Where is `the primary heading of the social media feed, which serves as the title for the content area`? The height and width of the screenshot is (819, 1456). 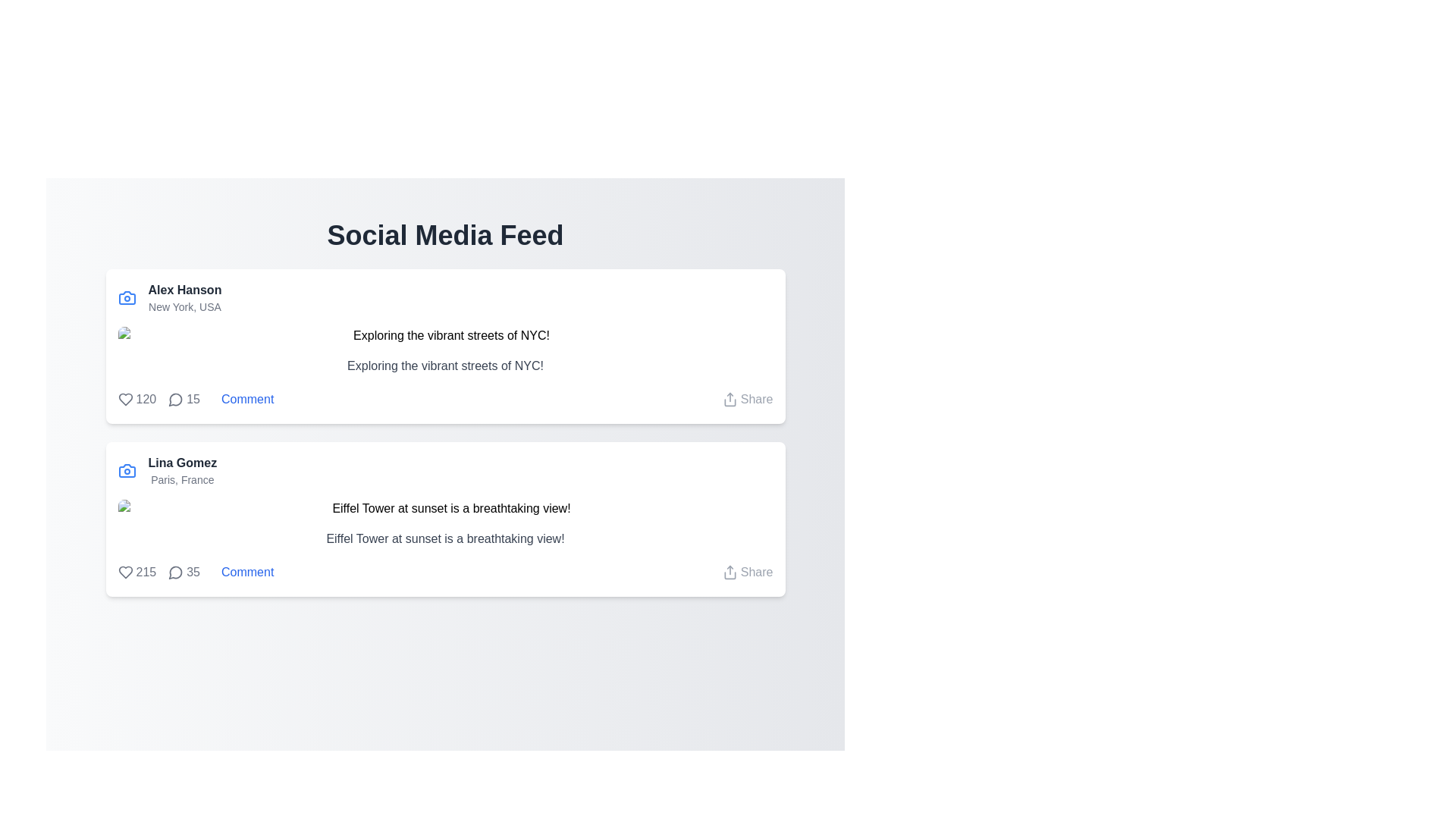
the primary heading of the social media feed, which serves as the title for the content area is located at coordinates (444, 236).